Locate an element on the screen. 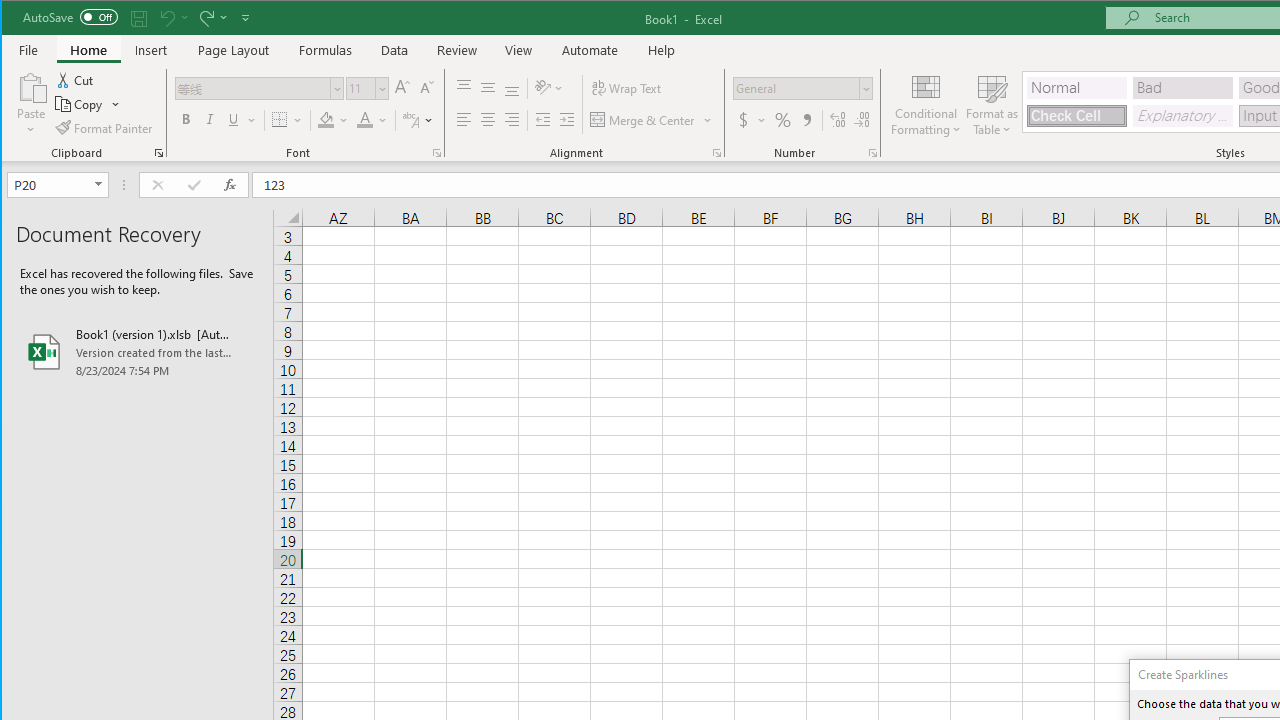 The height and width of the screenshot is (720, 1280). 'Decrease Indent' is located at coordinates (543, 120).